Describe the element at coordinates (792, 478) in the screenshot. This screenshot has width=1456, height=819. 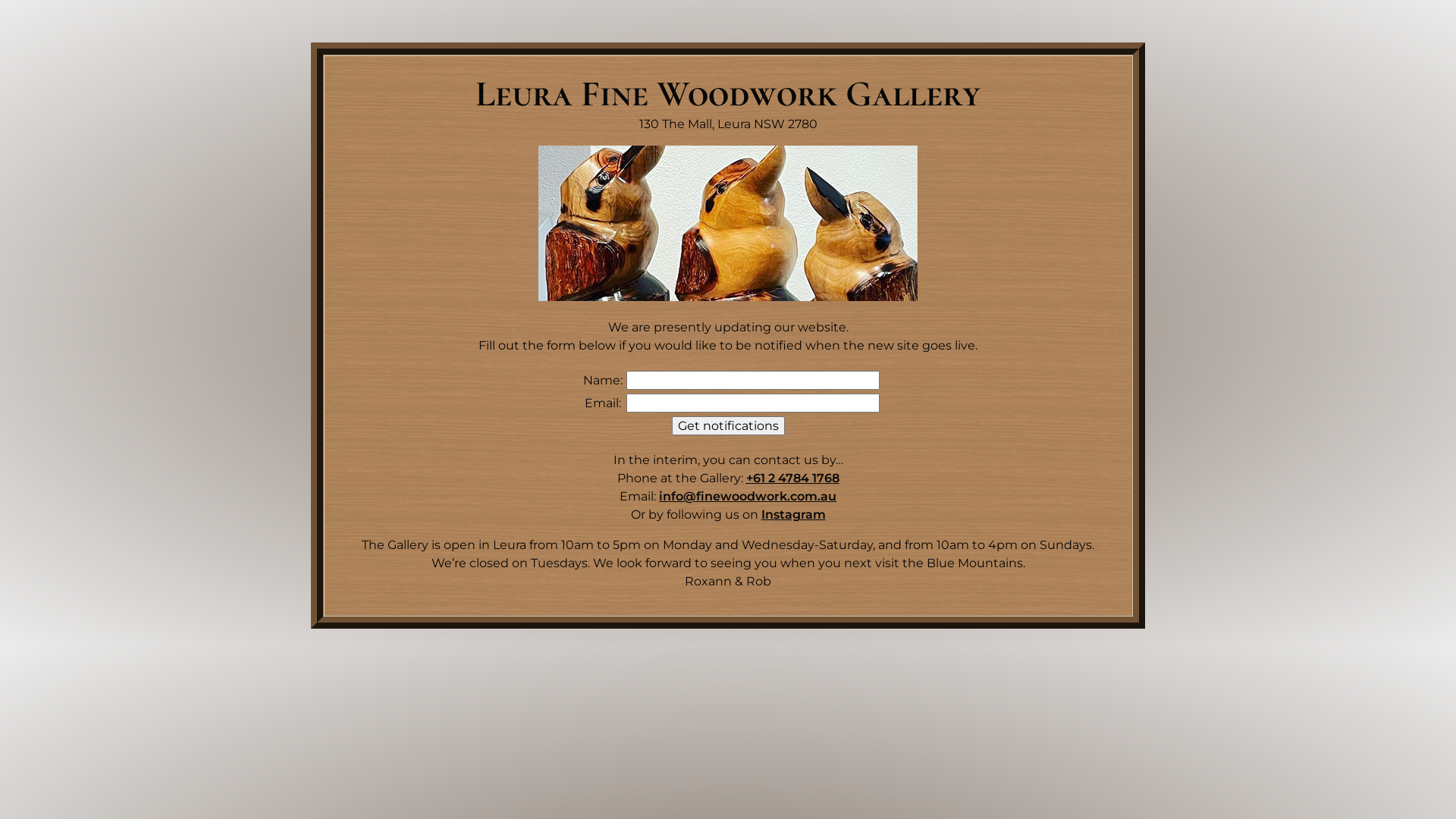
I see `'+61 2 4784 1768'` at that location.